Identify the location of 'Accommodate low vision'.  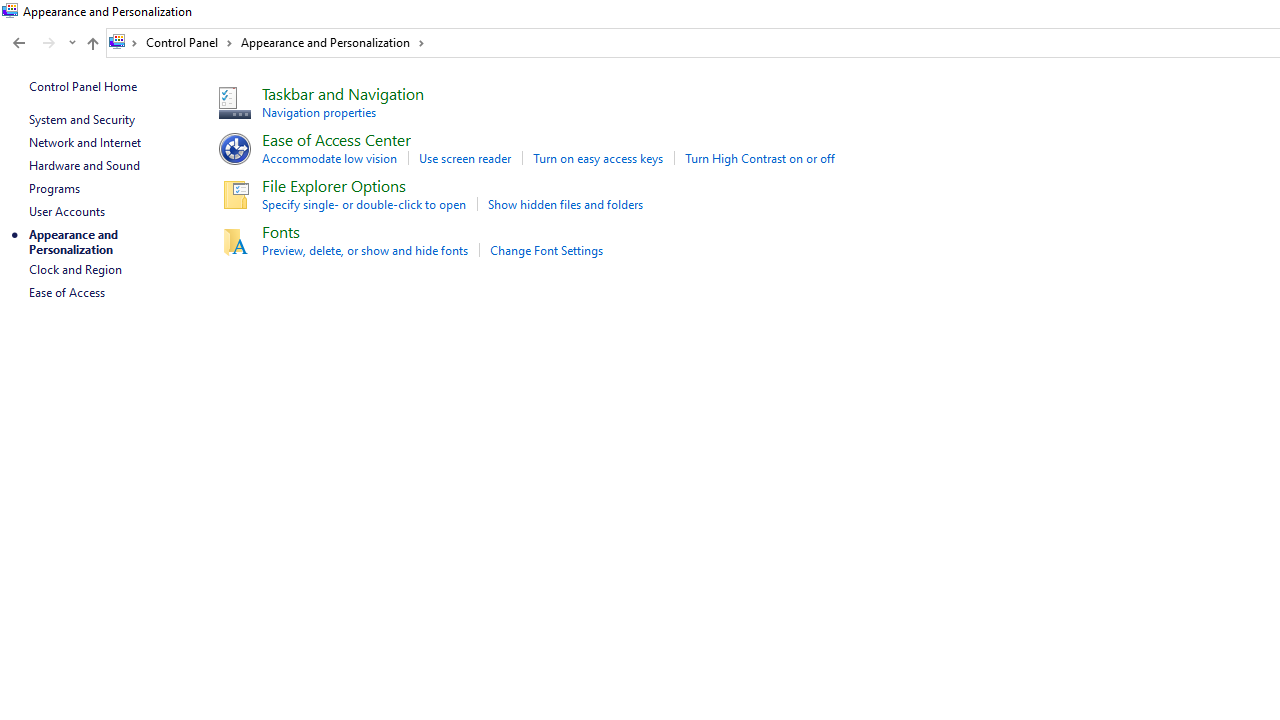
(329, 157).